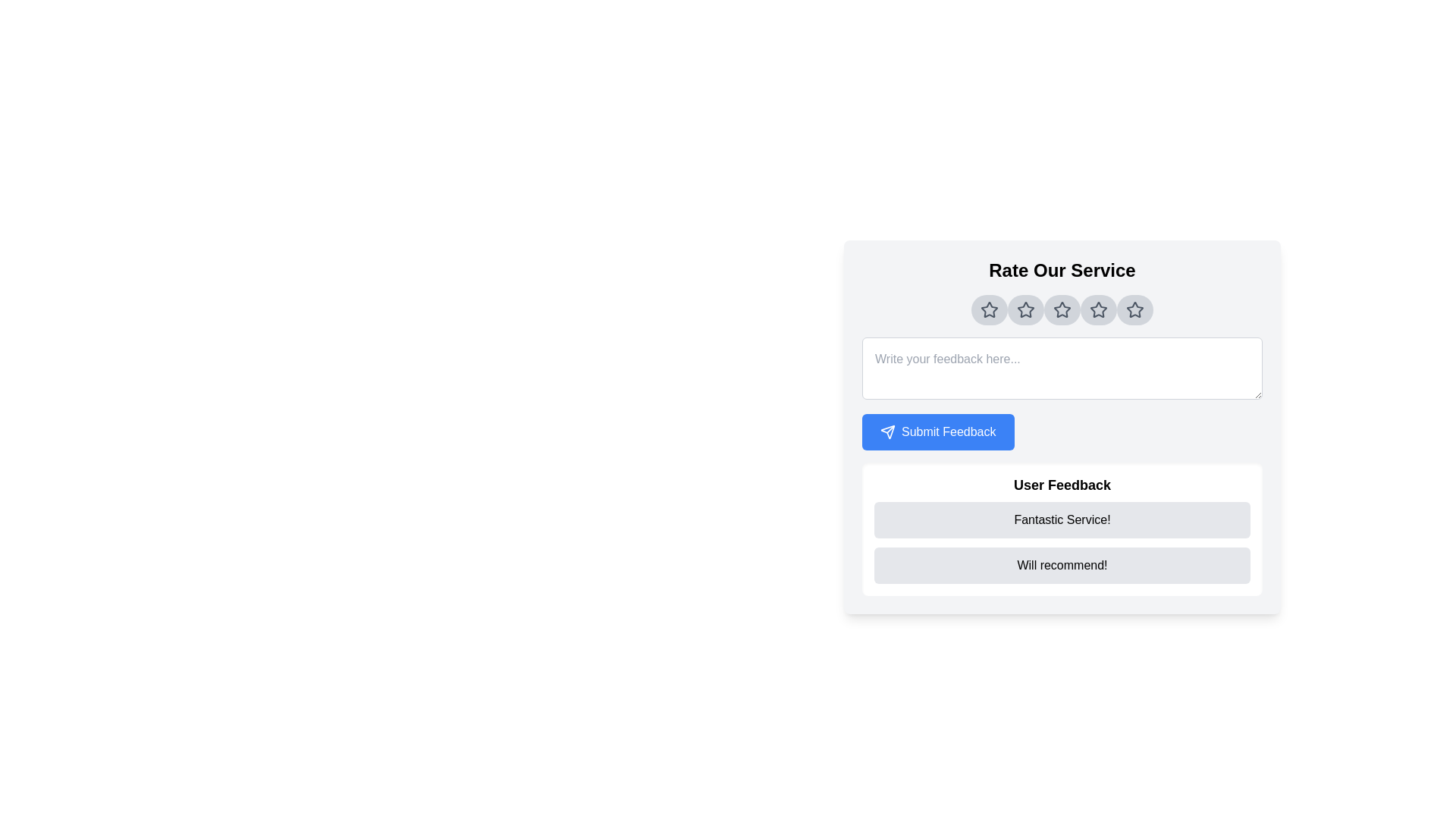  What do you see at coordinates (1135, 309) in the screenshot?
I see `the rightmost button in the 'Rate Our Service' section` at bounding box center [1135, 309].